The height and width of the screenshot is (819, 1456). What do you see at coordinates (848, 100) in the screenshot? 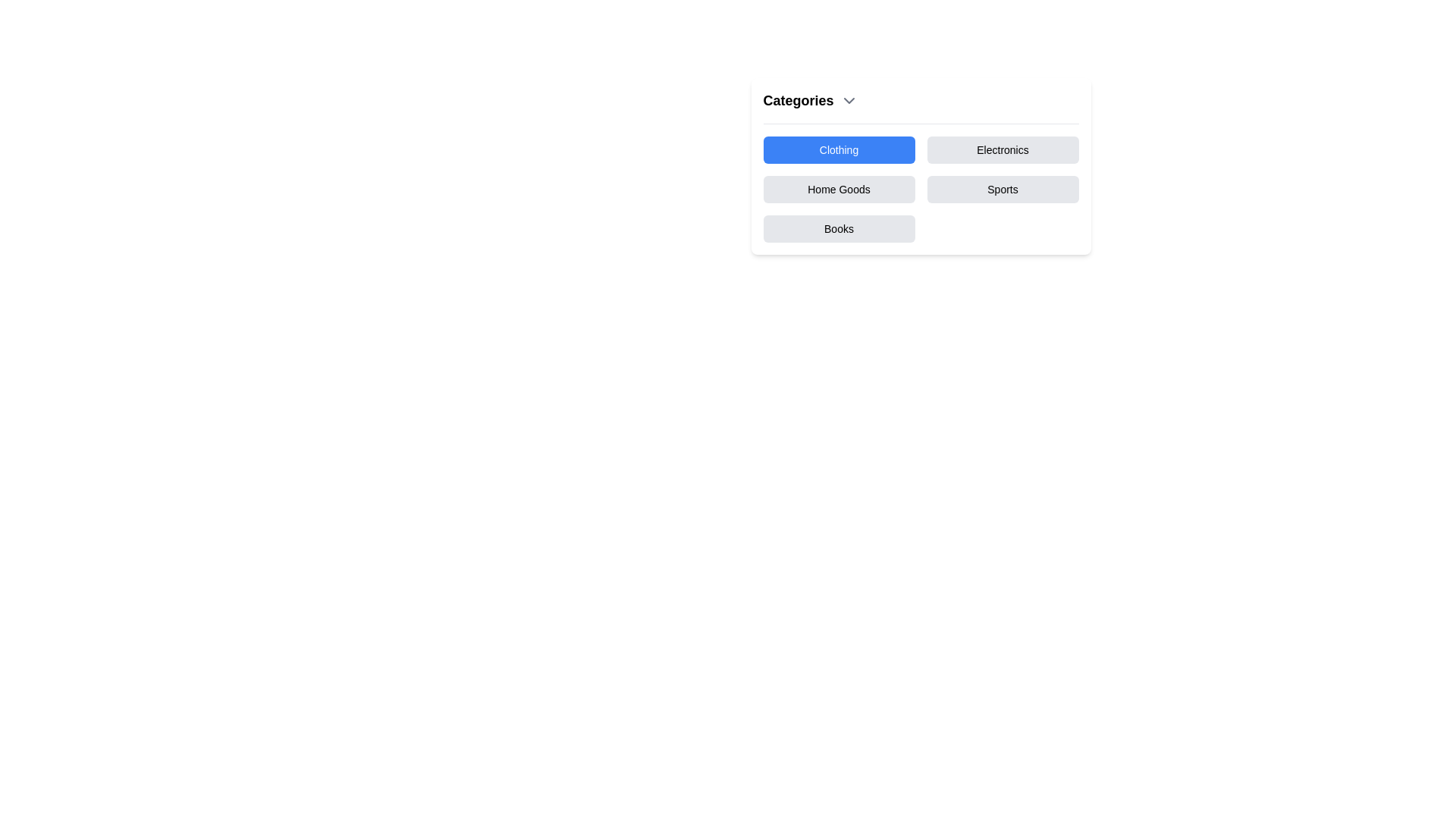
I see `the small gray downward-pointing chevron icon located to the right of the 'Categories' text` at bounding box center [848, 100].